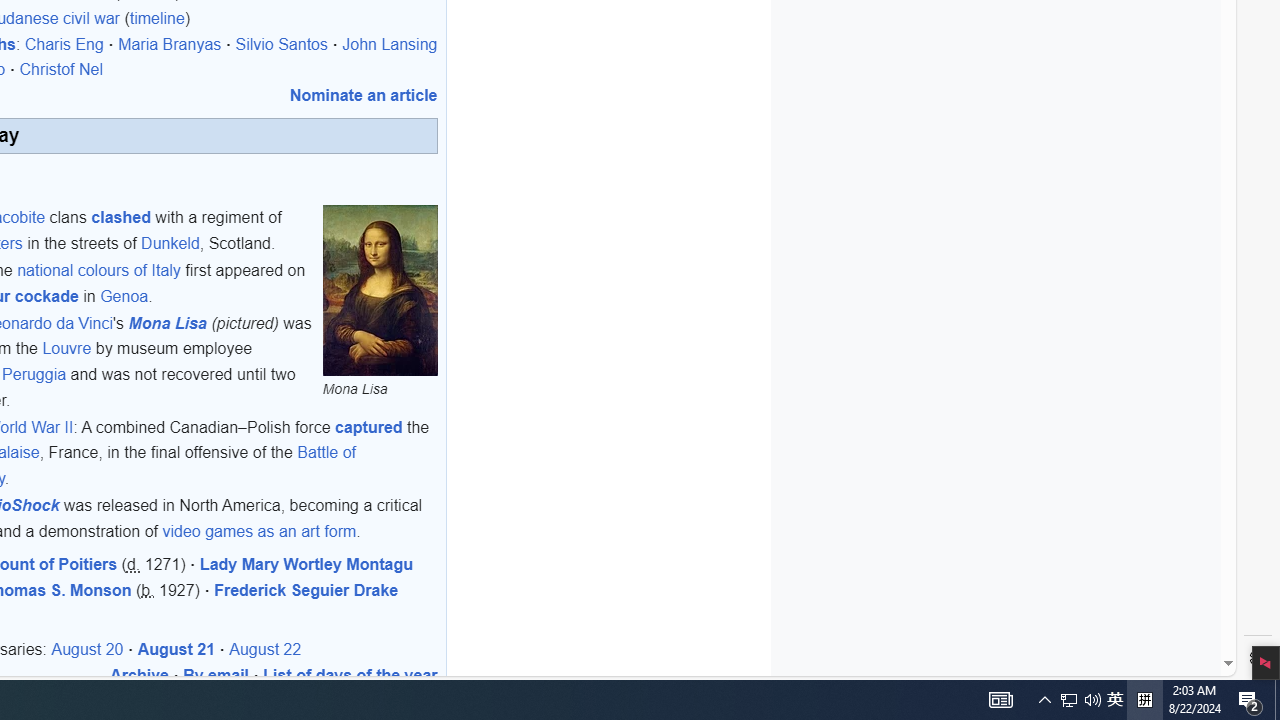 The height and width of the screenshot is (720, 1280). I want to click on 'Mona Lisa', so click(167, 321).